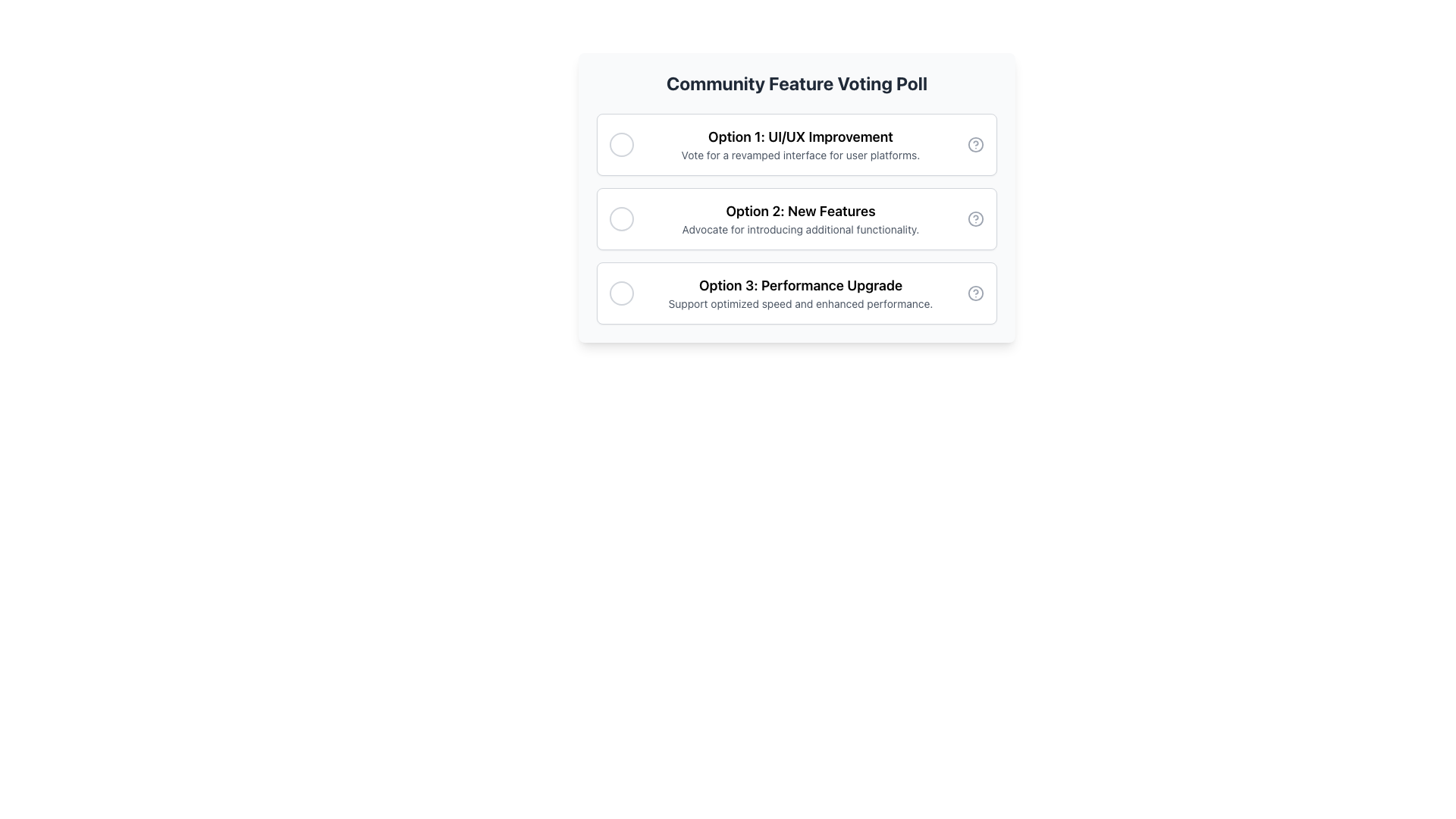  Describe the element at coordinates (975, 293) in the screenshot. I see `the SVG Circle Shape element located next to the text 'Option 3: Performance Upgrade' in the bottom row of the voting poll interface` at that location.